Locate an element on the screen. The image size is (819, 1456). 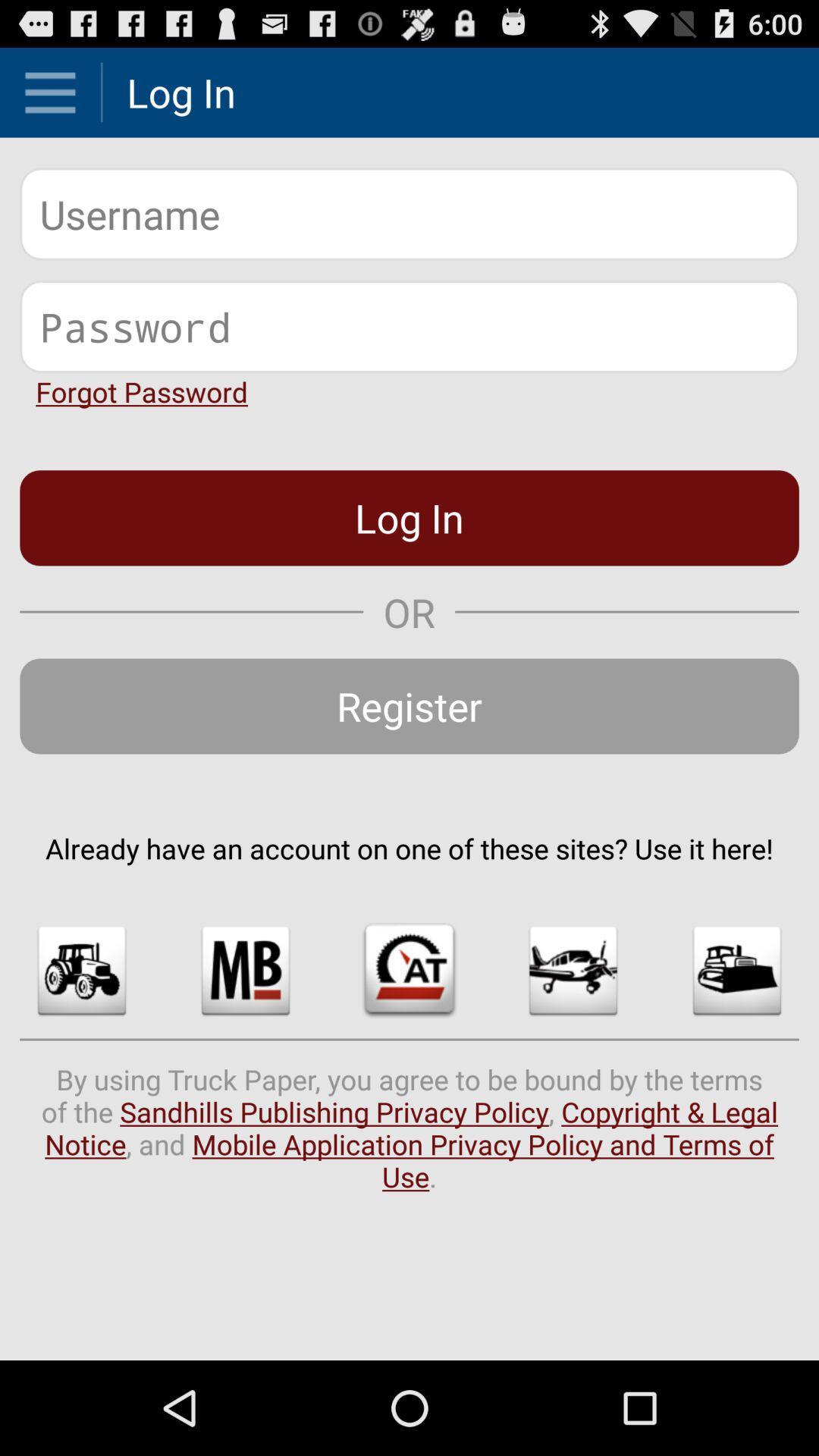
the button is used to create password is located at coordinates (409, 325).